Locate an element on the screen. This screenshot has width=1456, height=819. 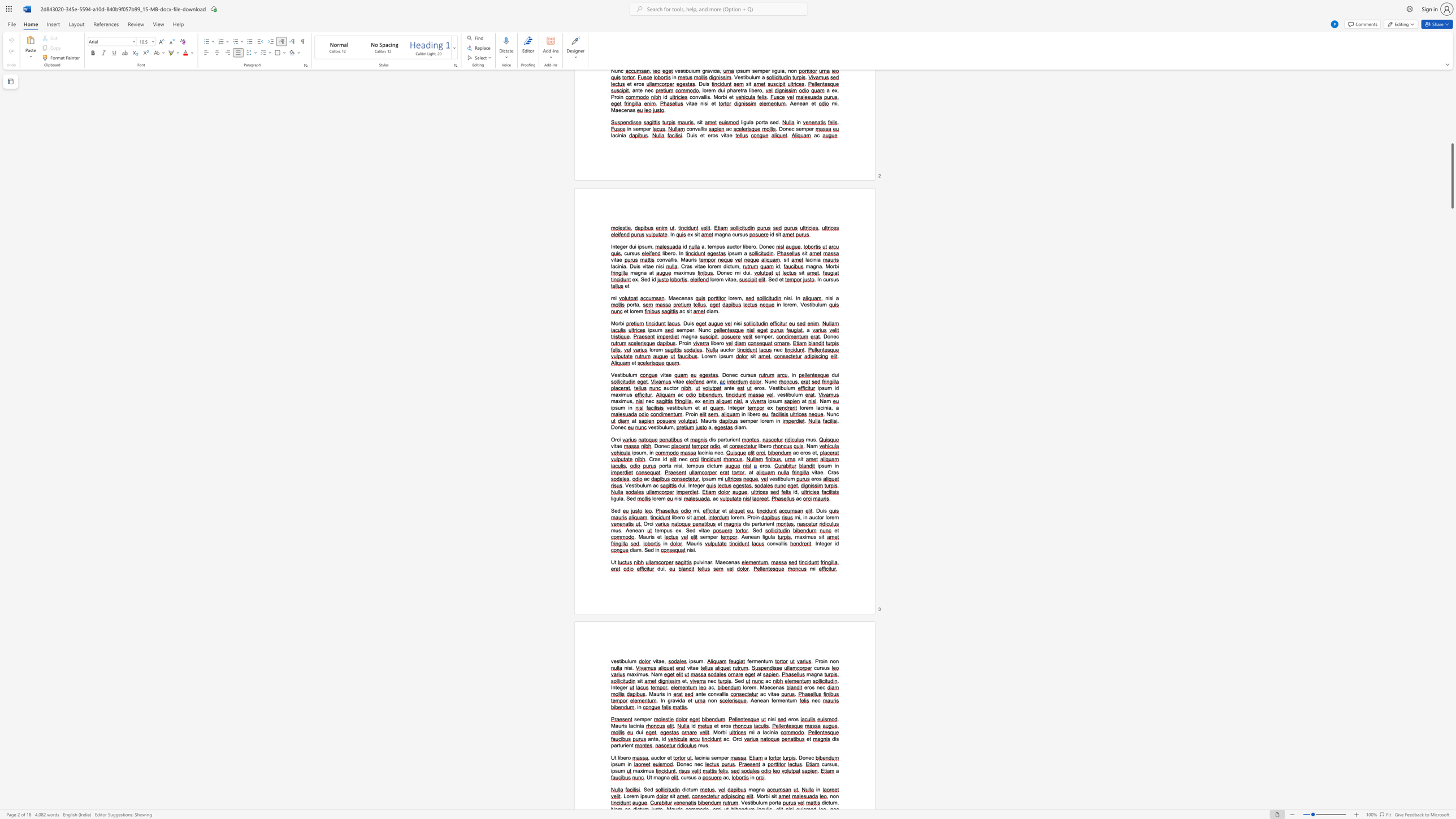
the space between the continuous character "v" and "i" in the text is located at coordinates (700, 530).